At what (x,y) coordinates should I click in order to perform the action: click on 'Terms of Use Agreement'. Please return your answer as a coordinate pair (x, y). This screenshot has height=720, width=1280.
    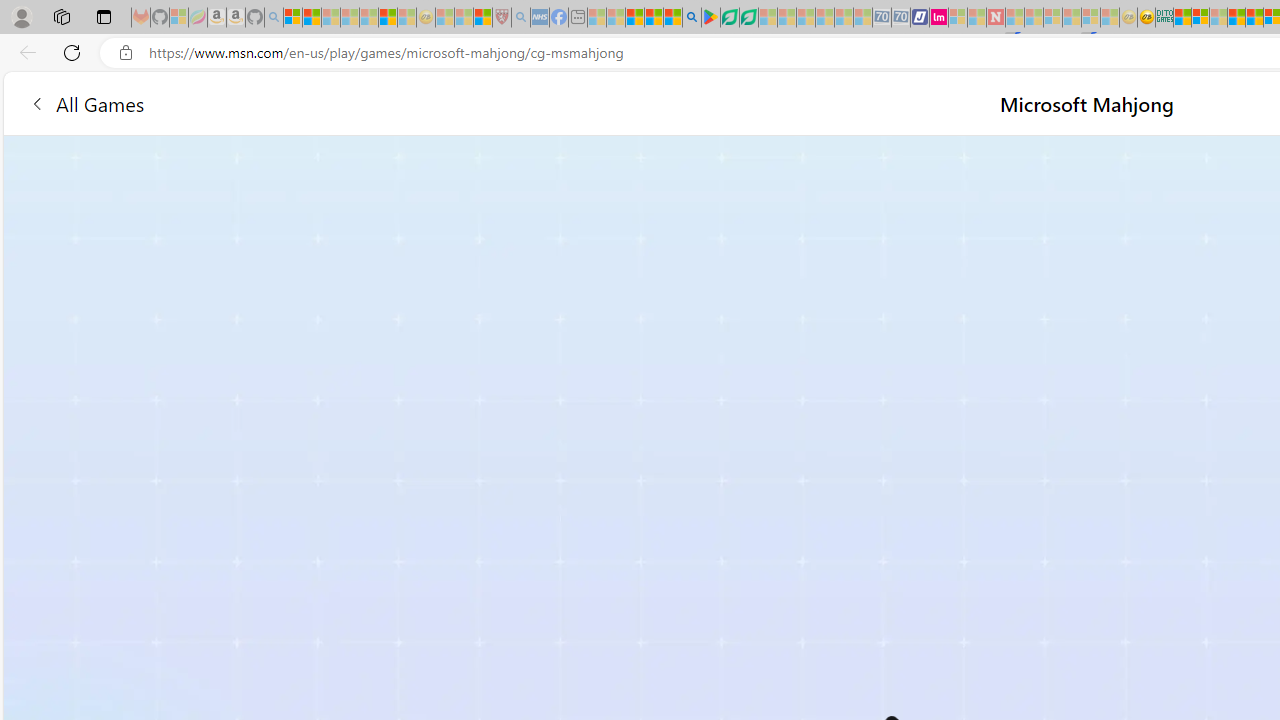
    Looking at the image, I should click on (728, 17).